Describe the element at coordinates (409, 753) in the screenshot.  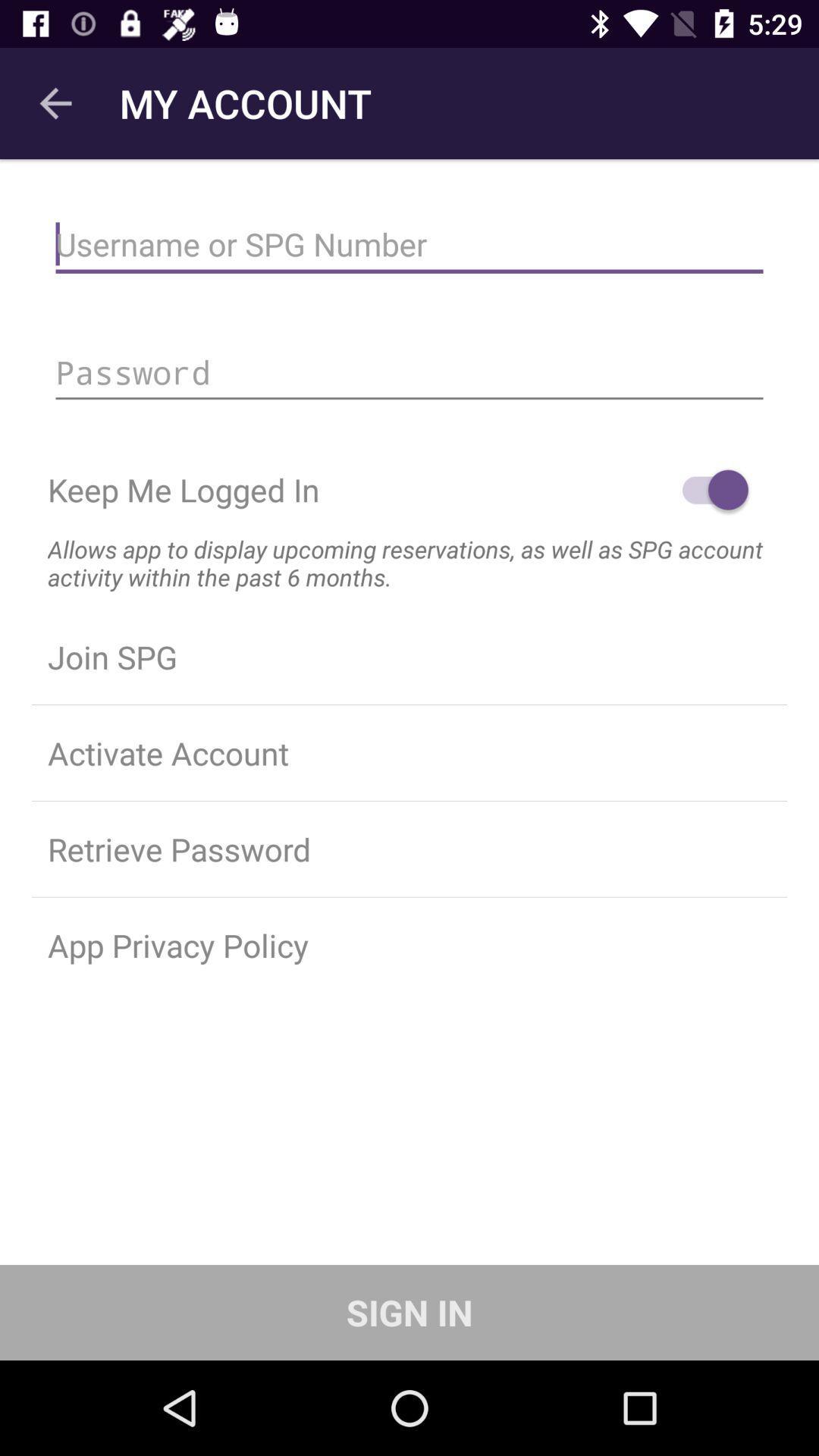
I see `icon below join spg` at that location.